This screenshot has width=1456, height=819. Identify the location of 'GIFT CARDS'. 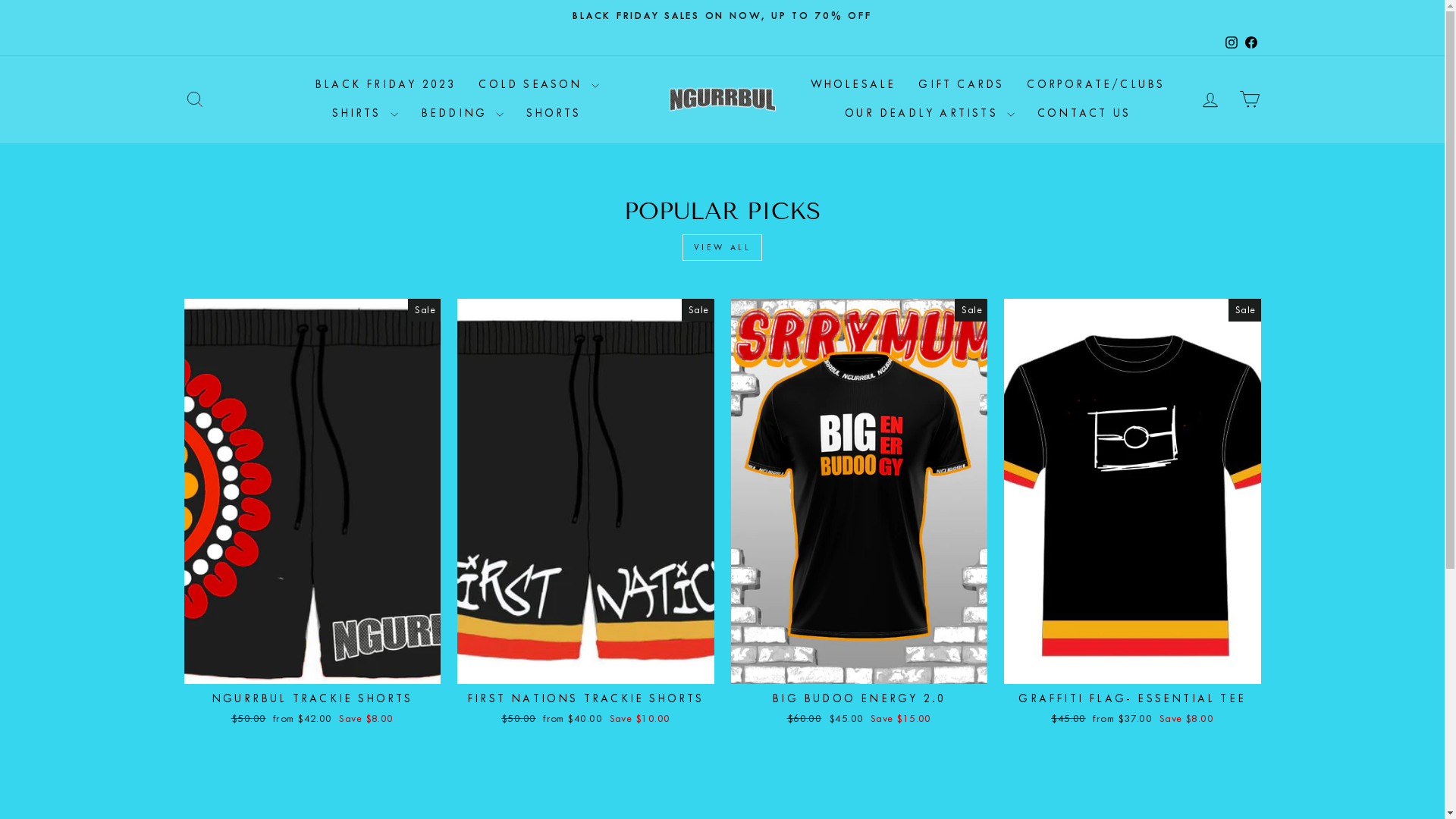
(960, 85).